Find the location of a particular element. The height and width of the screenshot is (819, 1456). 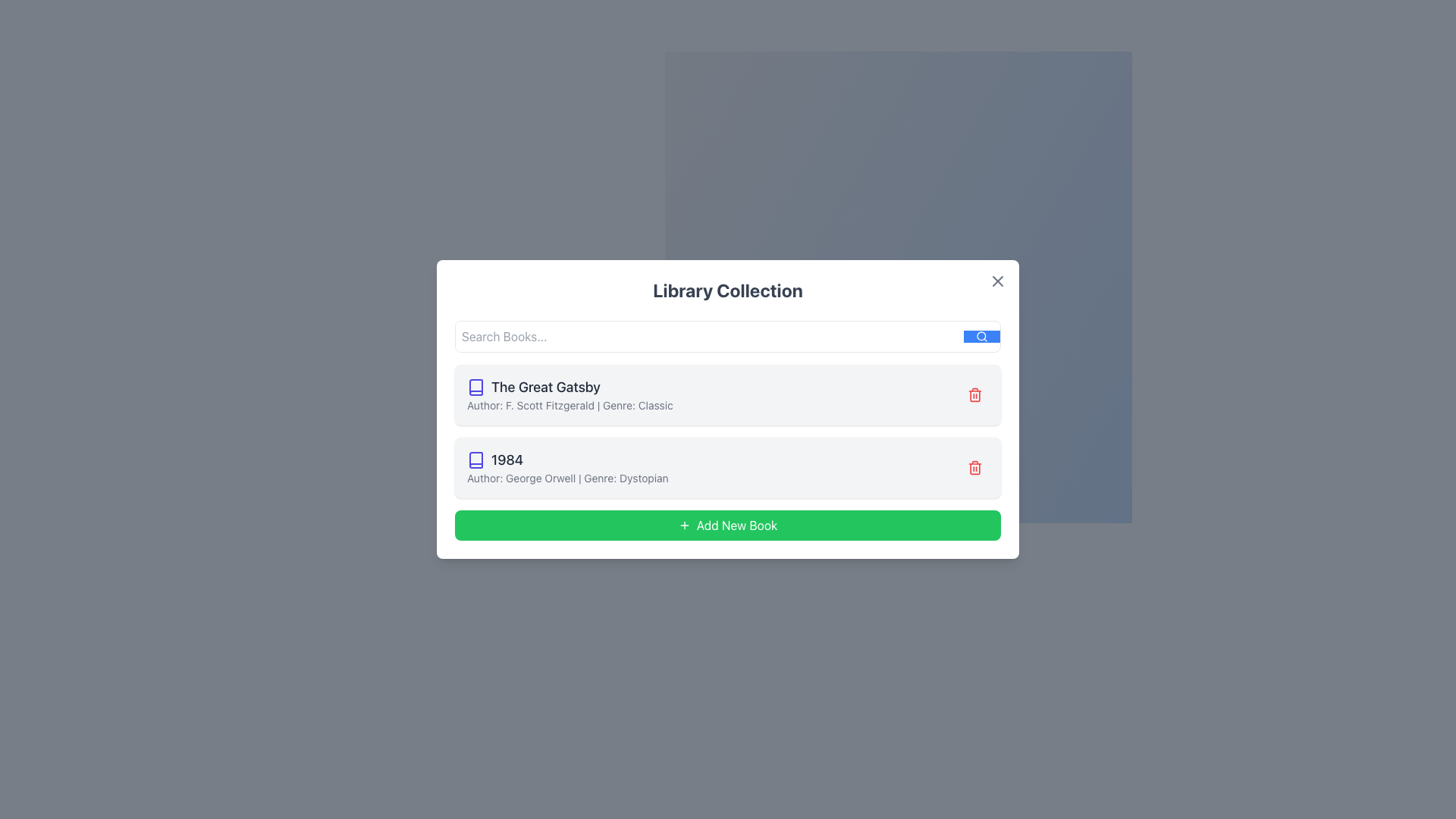

the List item displaying book information for 'The Great Gatsby' is located at coordinates (569, 394).